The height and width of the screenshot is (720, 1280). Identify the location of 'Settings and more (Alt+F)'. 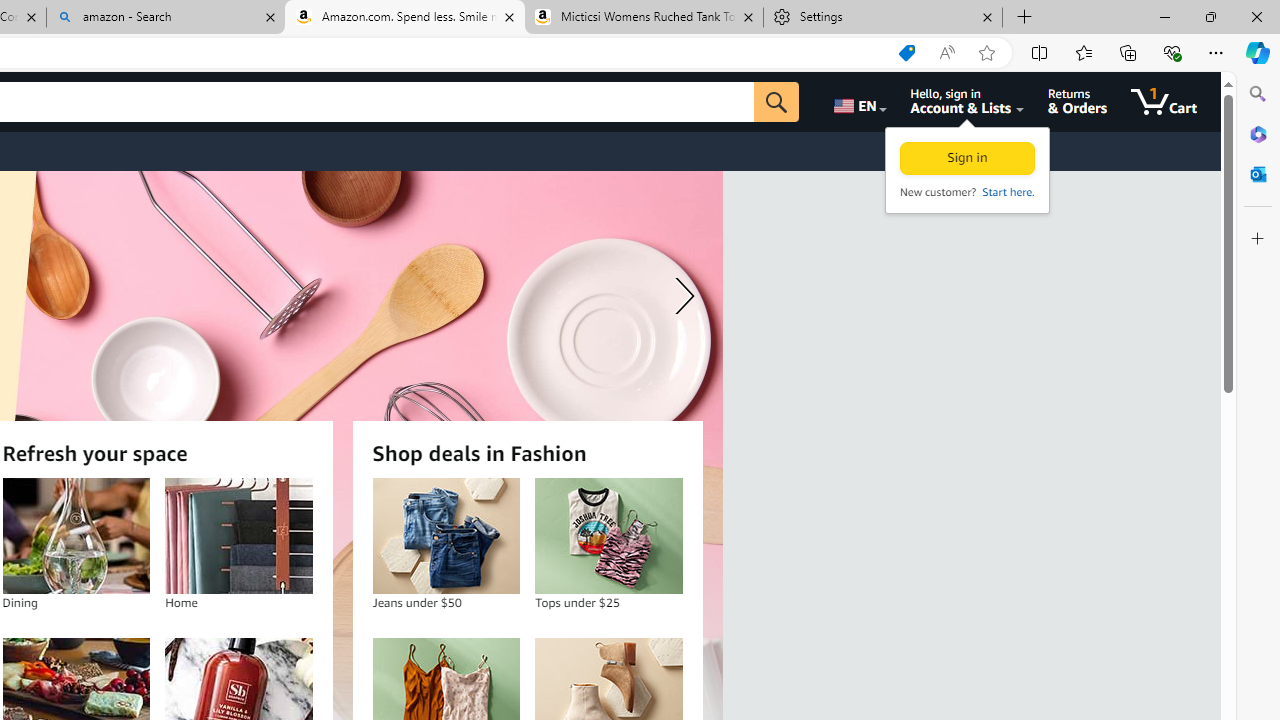
(1215, 51).